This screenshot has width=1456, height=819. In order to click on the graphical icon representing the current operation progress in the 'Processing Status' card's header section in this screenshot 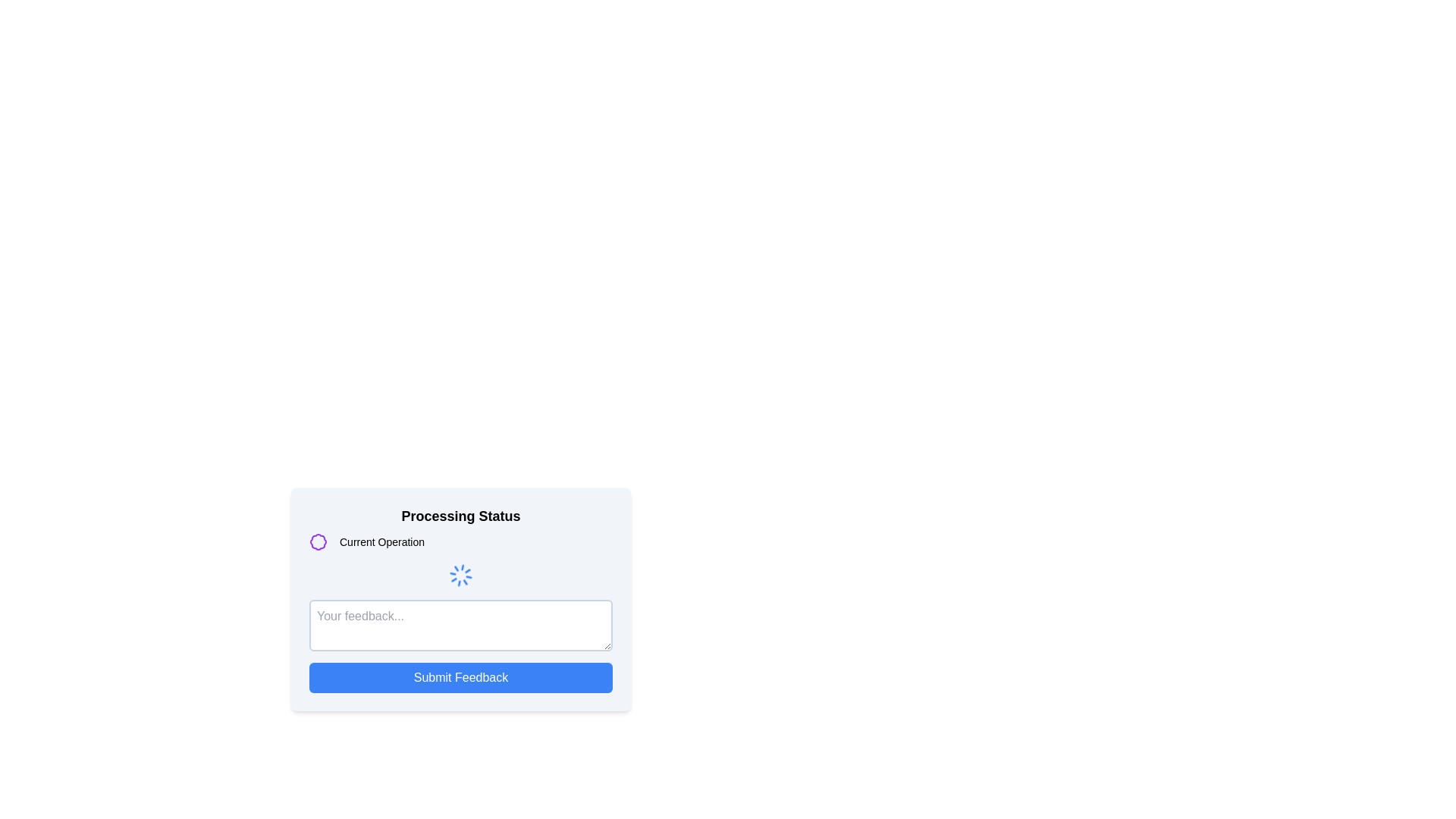, I will do `click(317, 541)`.